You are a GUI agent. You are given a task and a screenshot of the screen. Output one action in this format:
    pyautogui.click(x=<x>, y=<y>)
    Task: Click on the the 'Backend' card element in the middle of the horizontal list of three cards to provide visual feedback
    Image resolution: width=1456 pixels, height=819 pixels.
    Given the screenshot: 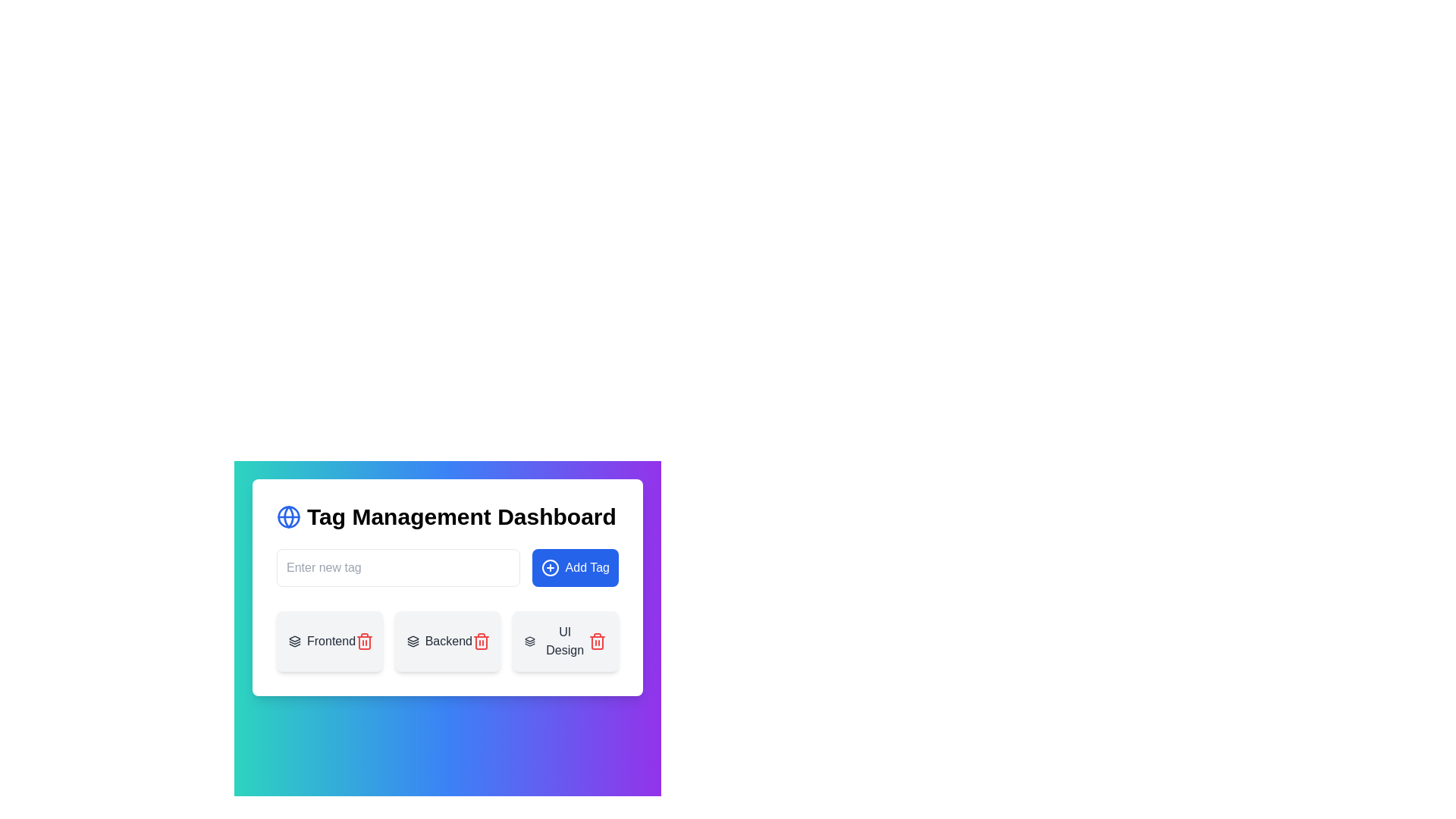 What is the action you would take?
    pyautogui.click(x=447, y=641)
    